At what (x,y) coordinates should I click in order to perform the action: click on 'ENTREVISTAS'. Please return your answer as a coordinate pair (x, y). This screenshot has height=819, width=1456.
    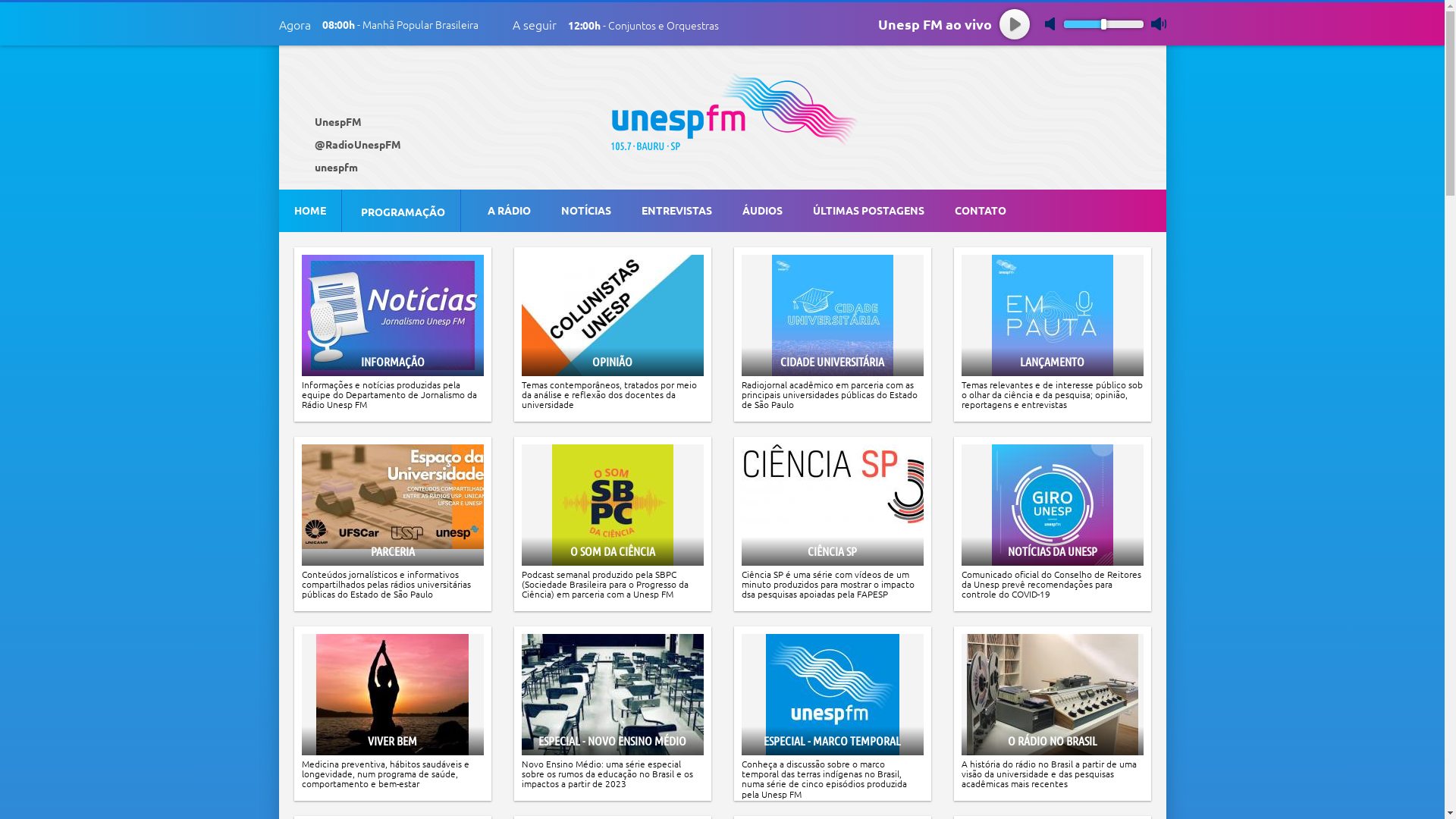
    Looking at the image, I should click on (676, 210).